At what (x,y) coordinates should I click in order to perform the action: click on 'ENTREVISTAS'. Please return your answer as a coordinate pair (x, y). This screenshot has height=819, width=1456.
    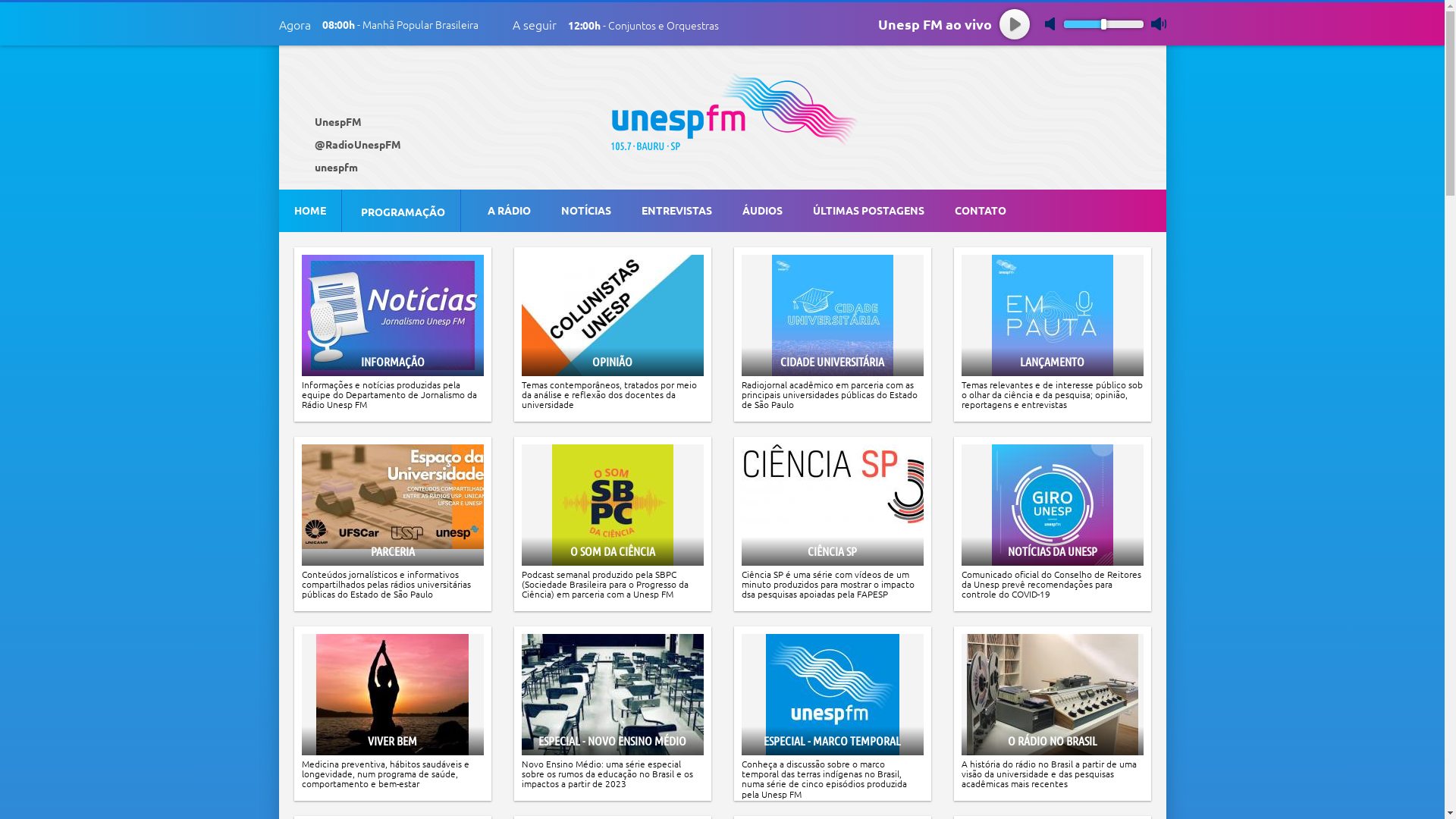
    Looking at the image, I should click on (676, 210).